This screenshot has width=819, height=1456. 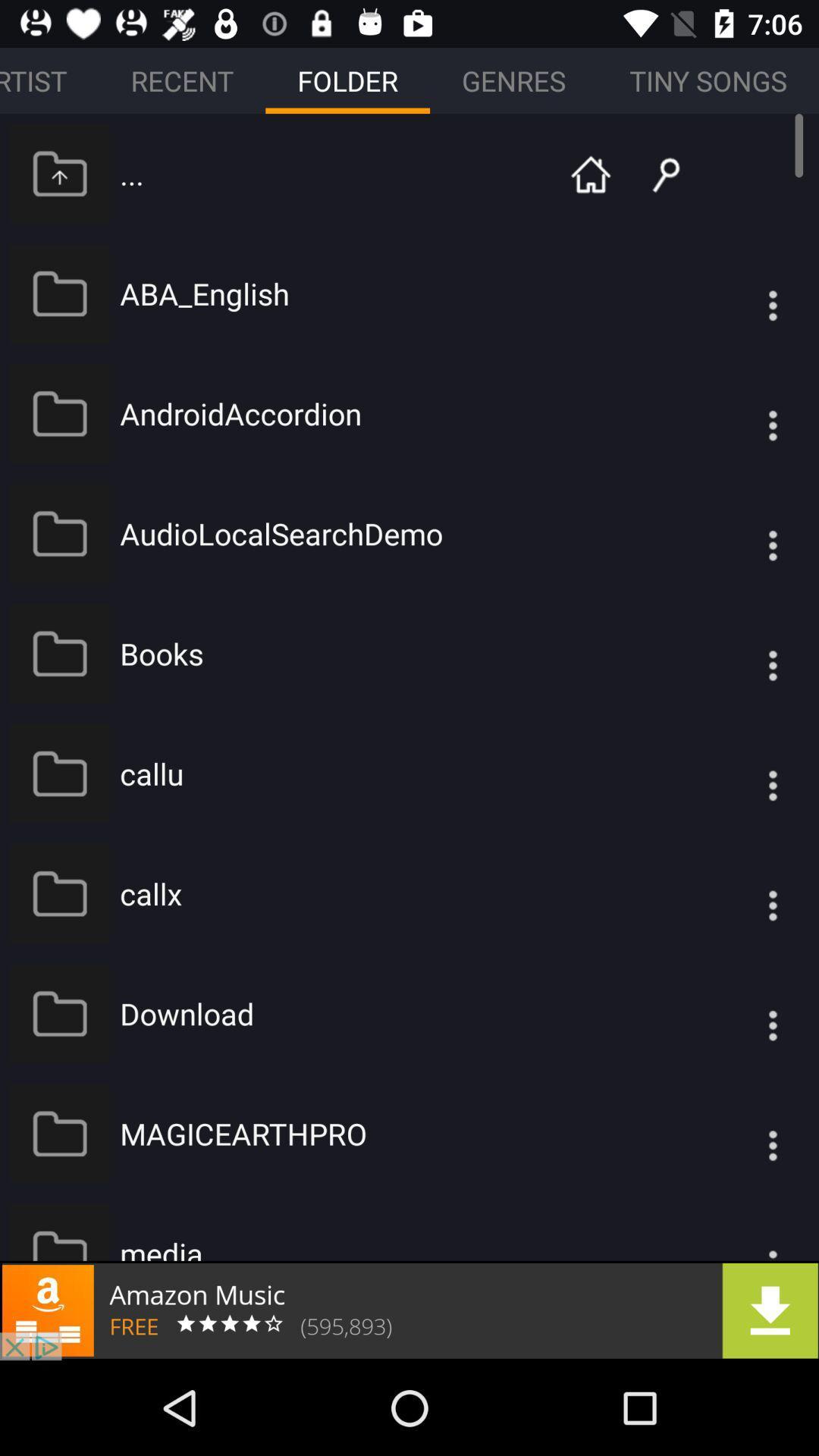 What do you see at coordinates (654, 173) in the screenshot?
I see `search folders` at bounding box center [654, 173].